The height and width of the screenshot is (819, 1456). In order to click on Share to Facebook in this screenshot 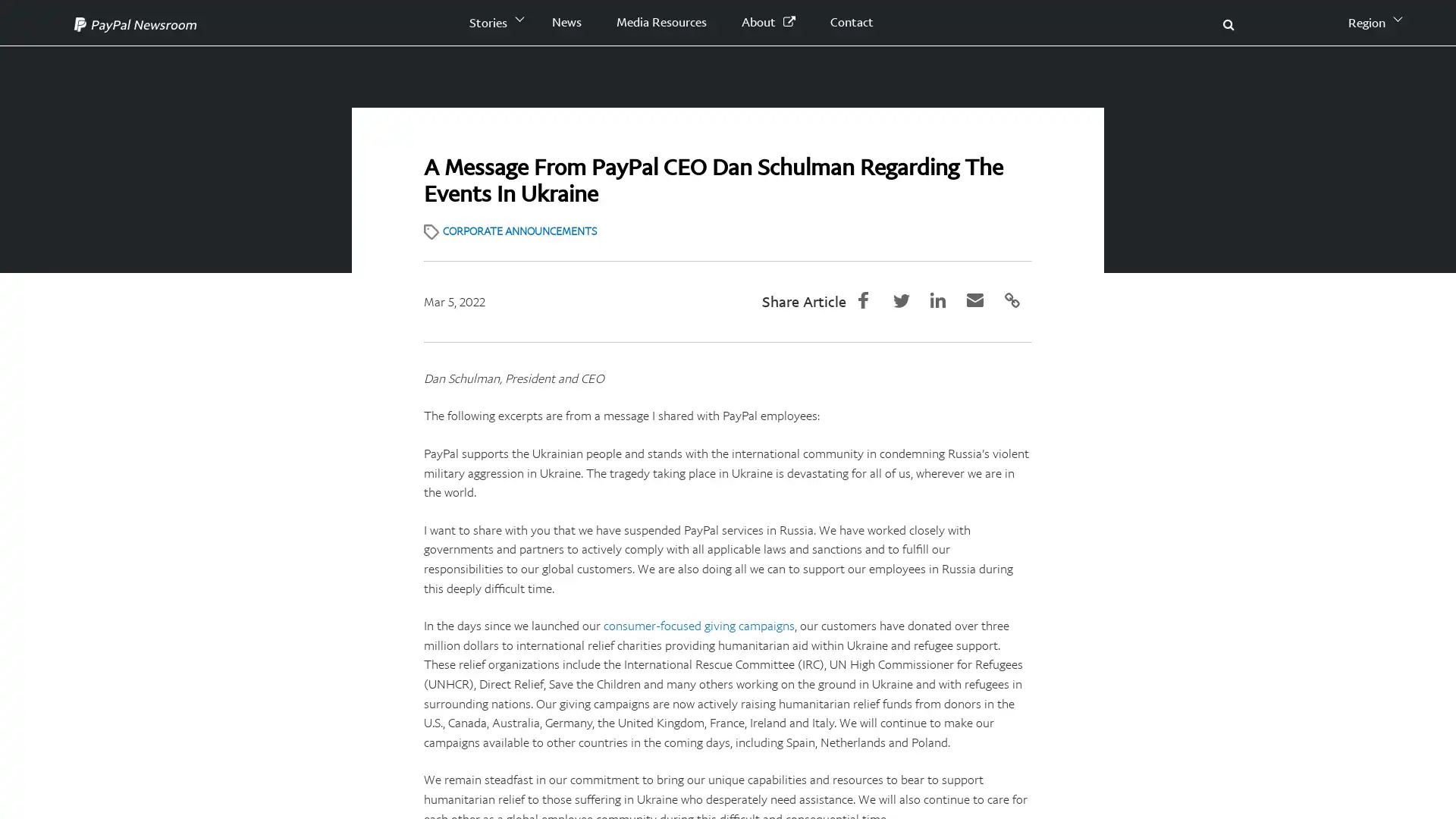, I will do `click(874, 299)`.